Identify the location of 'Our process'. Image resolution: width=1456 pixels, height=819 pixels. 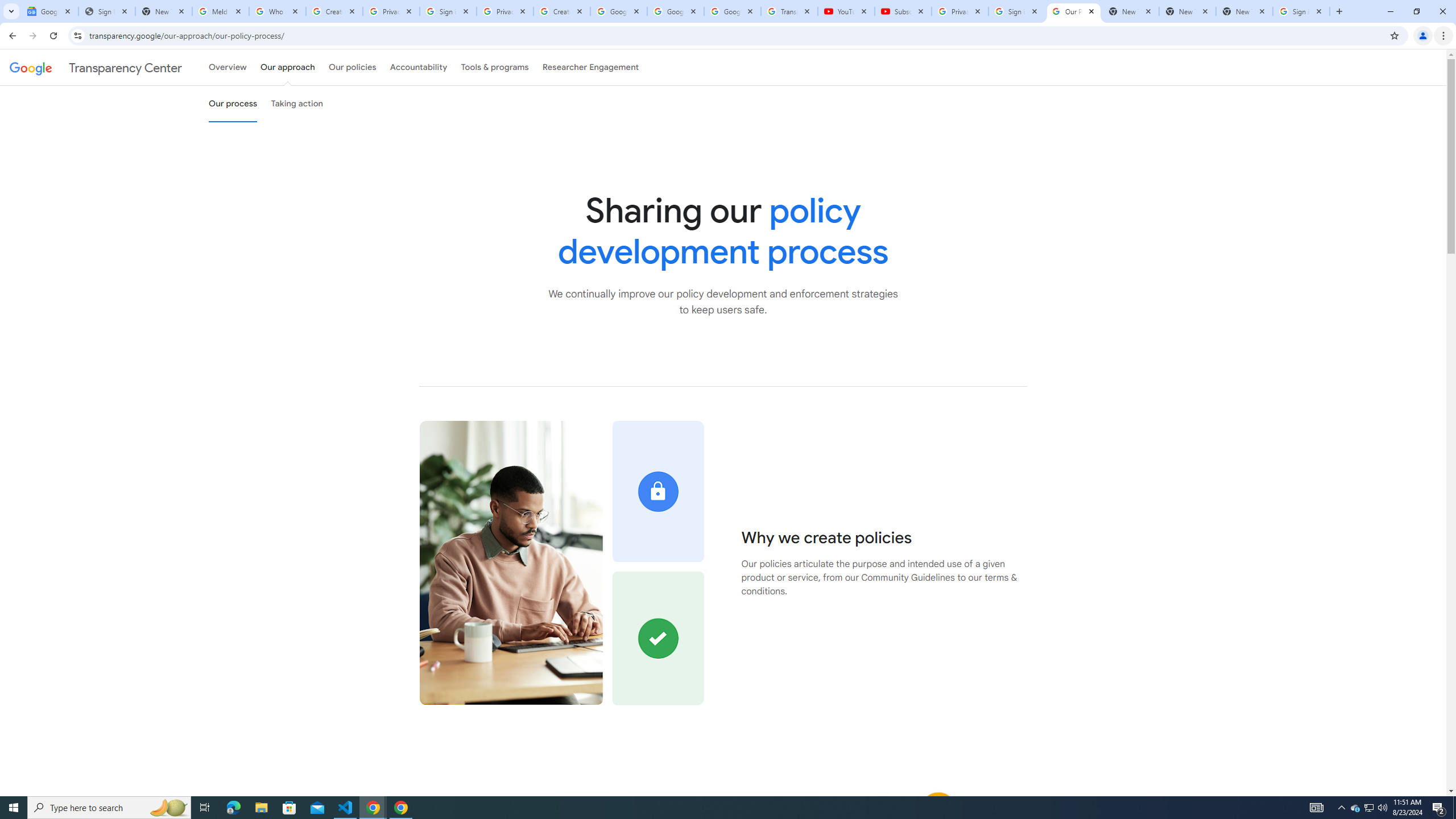
(232, 103).